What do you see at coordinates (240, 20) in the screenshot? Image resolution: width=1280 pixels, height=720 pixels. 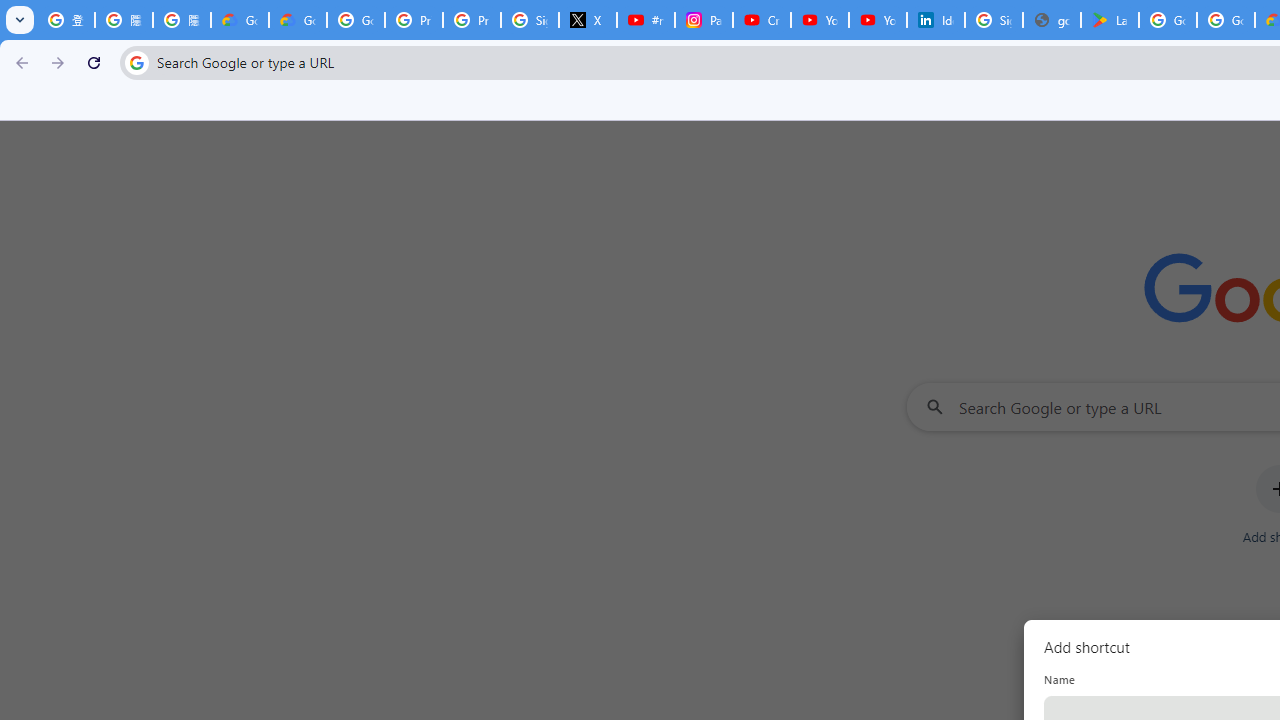 I see `'Google Cloud Privacy Notice'` at bounding box center [240, 20].